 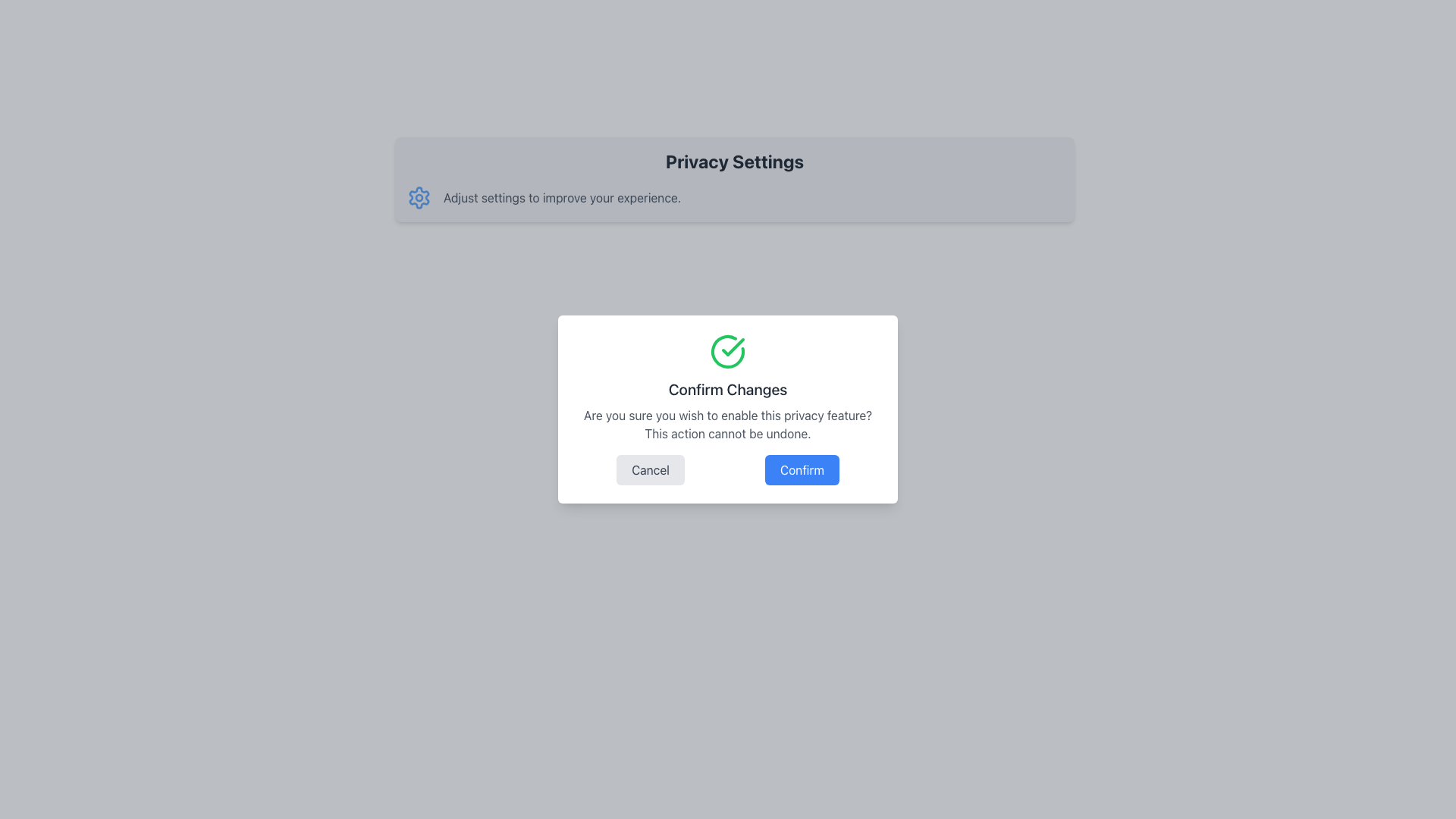 I want to click on the static label reading 'Confirm Changes' located at the center of the modal dialog, positioned between a green circular checkmark icon and a descriptive sentence, so click(x=728, y=388).